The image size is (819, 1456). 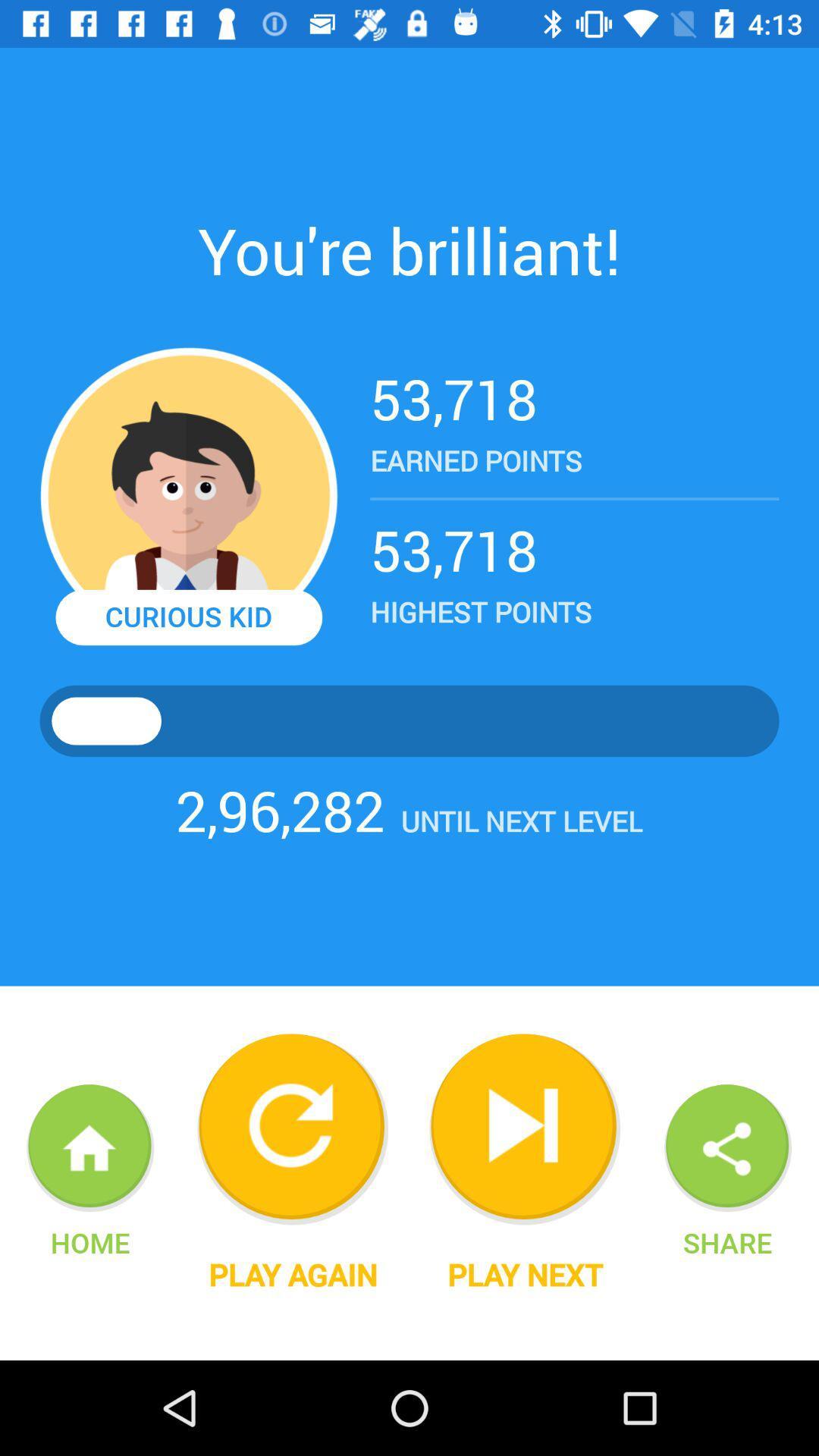 I want to click on item to the left of share, so click(x=524, y=1274).